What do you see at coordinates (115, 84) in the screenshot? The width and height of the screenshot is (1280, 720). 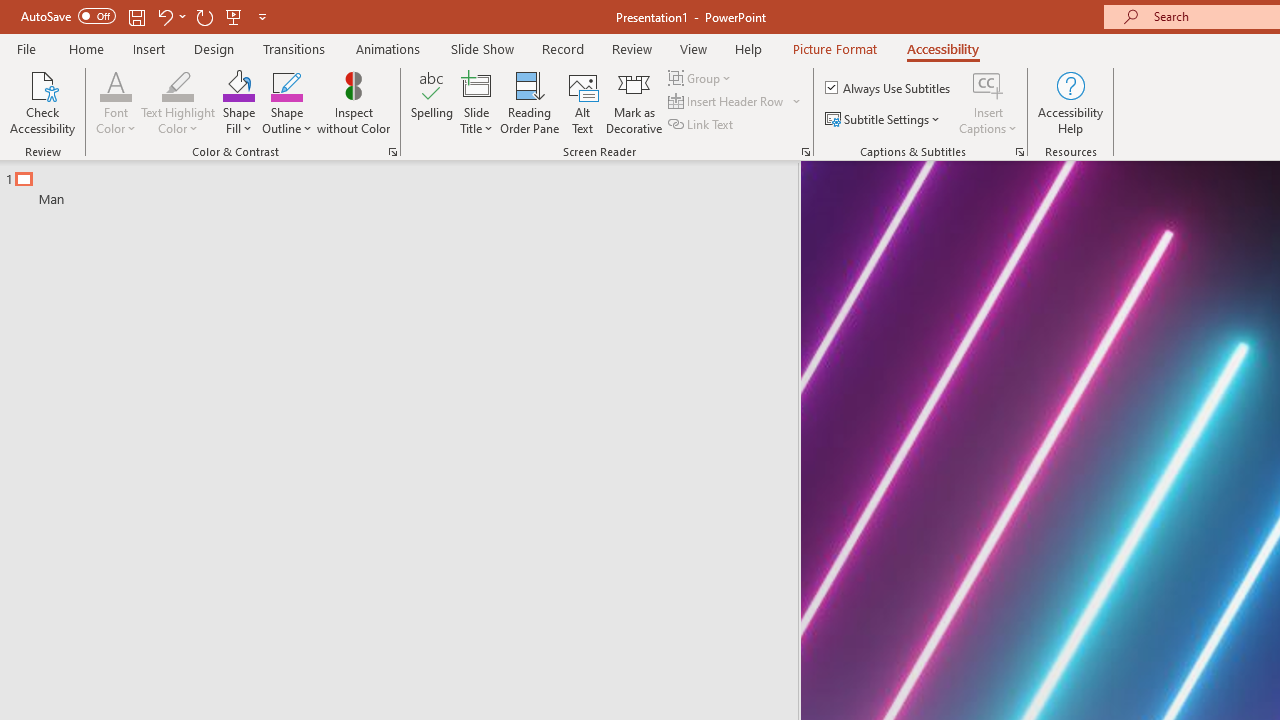 I see `'Font Color'` at bounding box center [115, 84].